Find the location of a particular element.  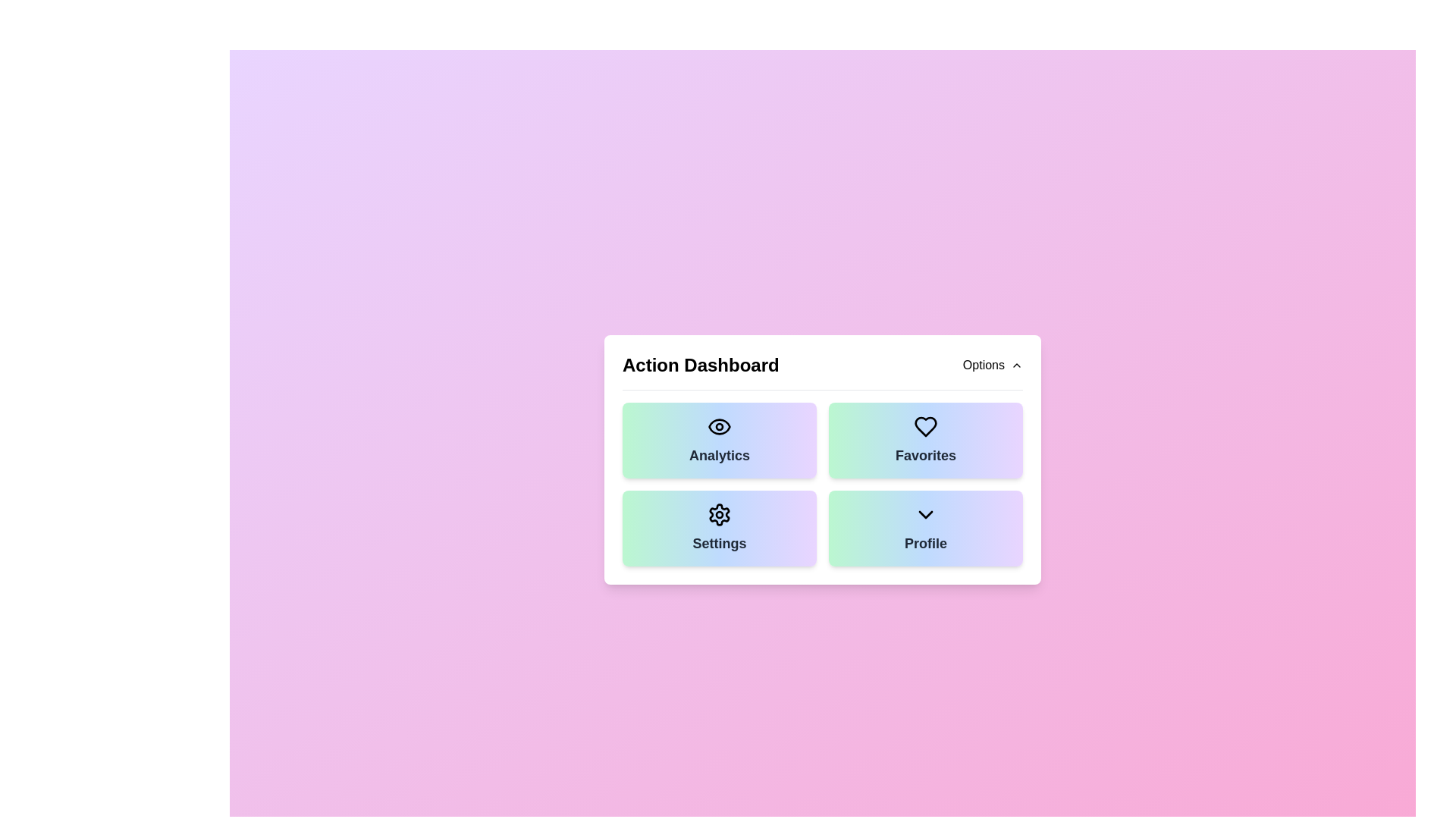

the 'Analytics' card, which has a gradient background from green to purple and an eye icon at the top is located at coordinates (719, 439).